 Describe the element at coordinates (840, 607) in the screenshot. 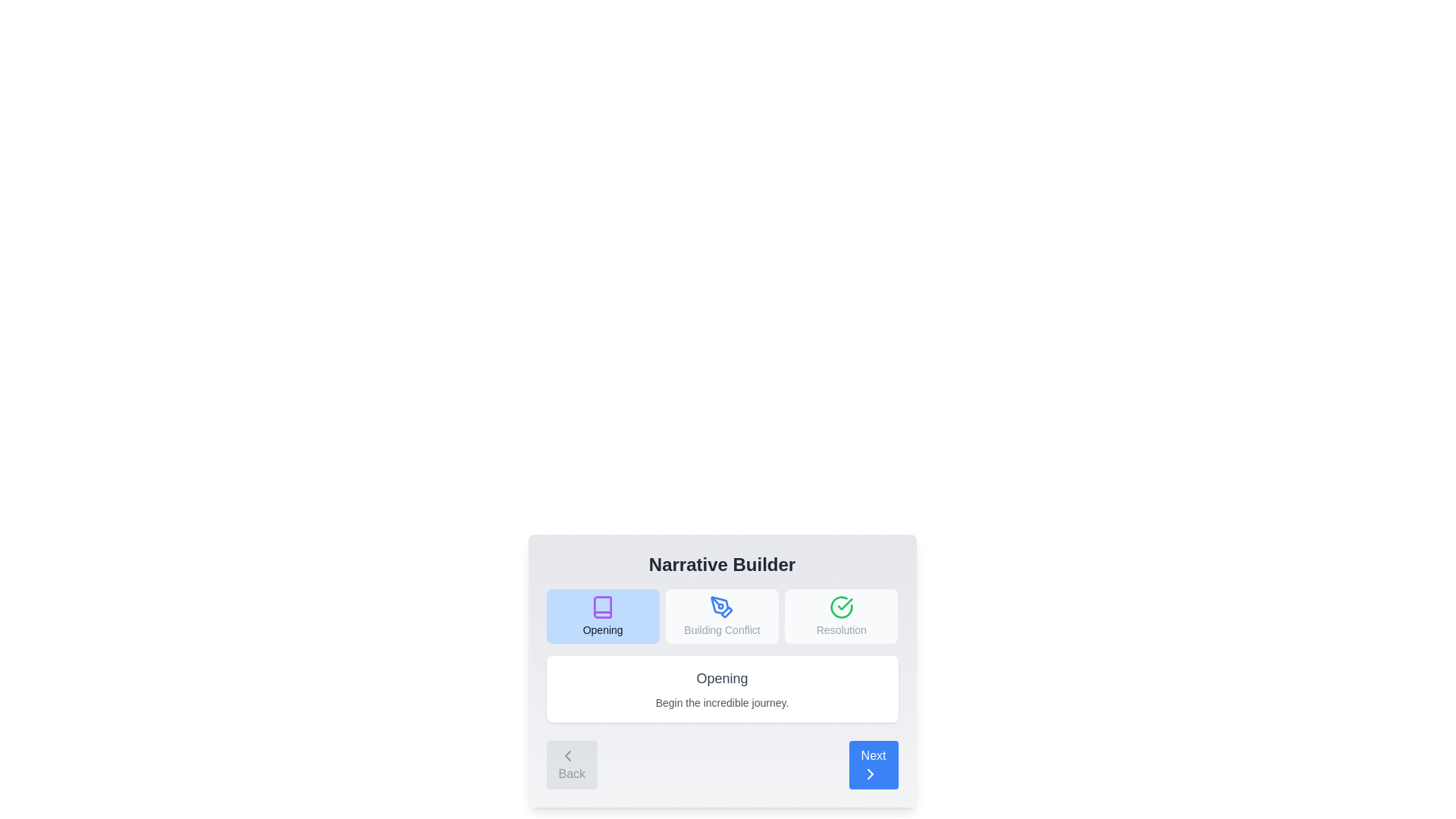

I see `the icon for the step Resolution to select it` at that location.